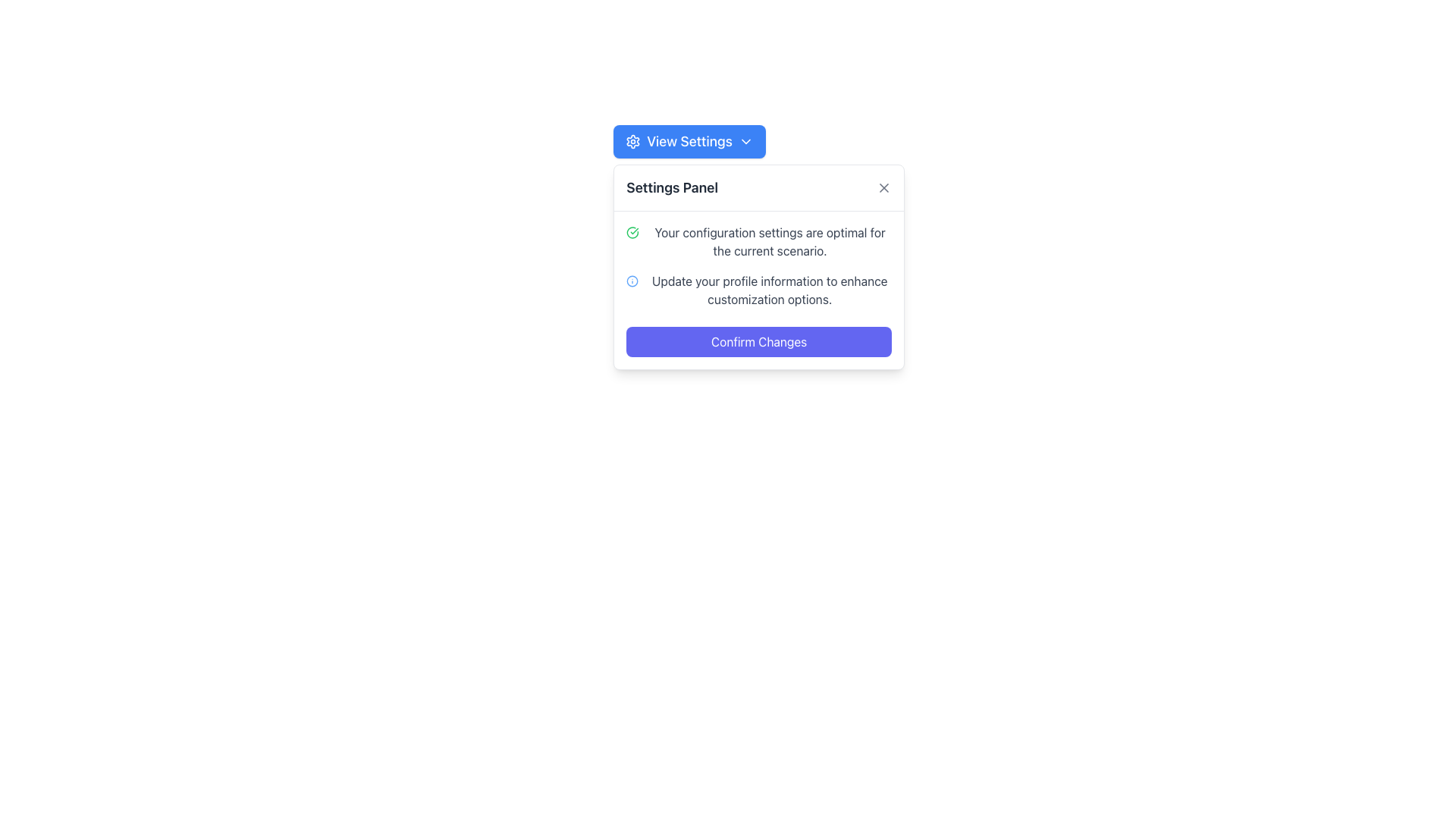 This screenshot has width=1456, height=819. Describe the element at coordinates (632, 281) in the screenshot. I see `the decorative circular element located in the bottom-left area of the 'info' icon graphic, which signifies available information or guidance` at that location.